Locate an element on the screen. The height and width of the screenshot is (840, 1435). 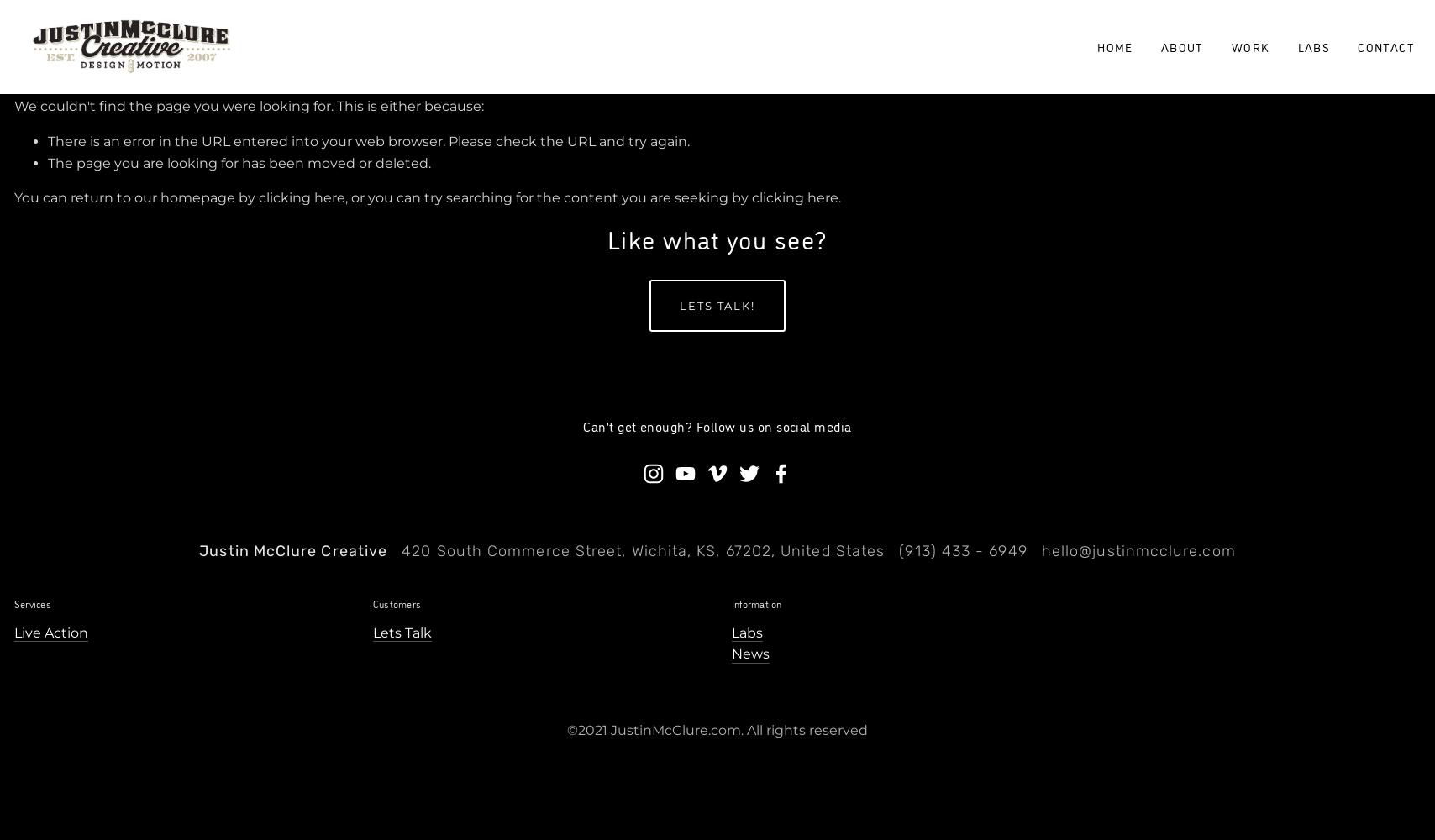
'We couldn't find the page you were looking for. This is either because:' is located at coordinates (249, 106).